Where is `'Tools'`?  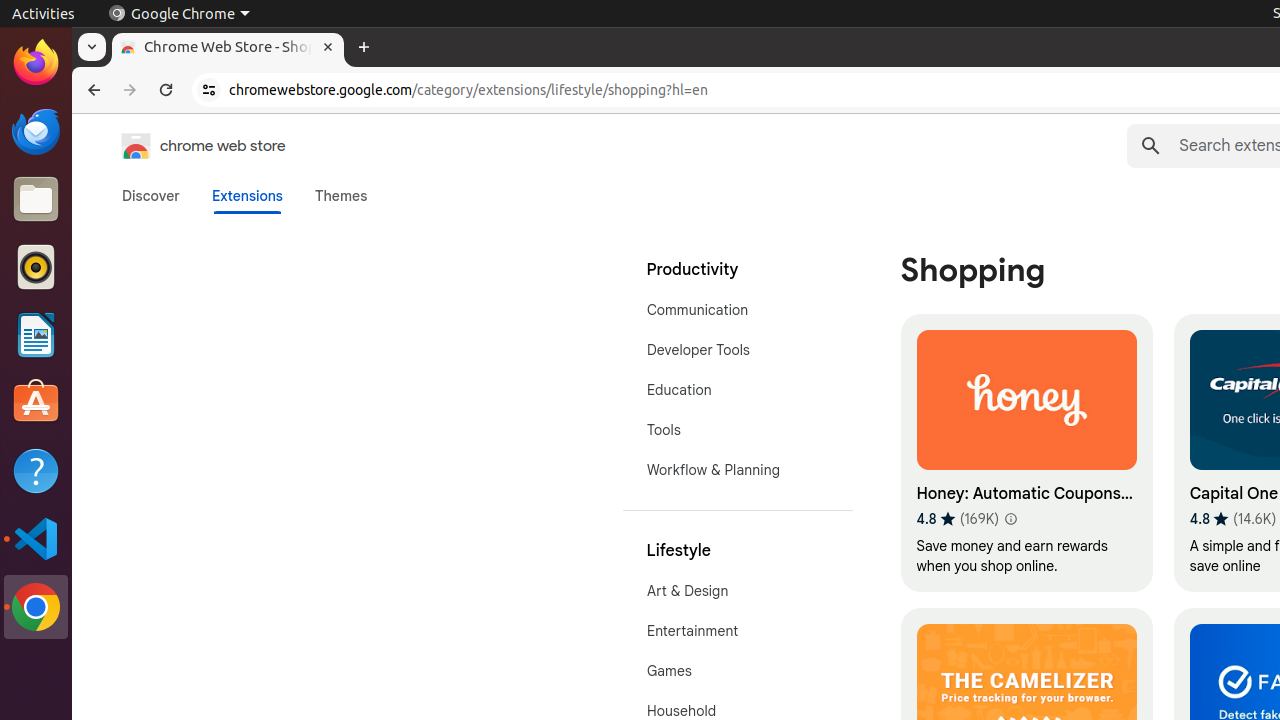
'Tools' is located at coordinates (736, 428).